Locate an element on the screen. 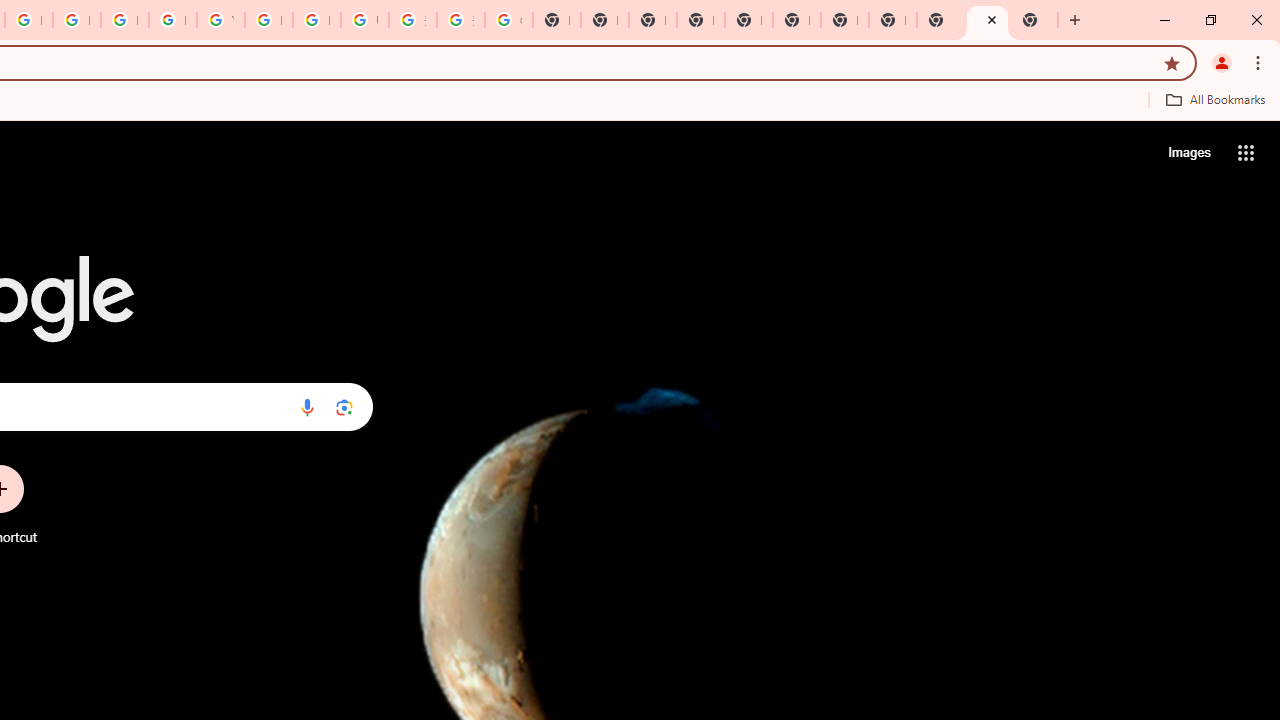  'Google Images' is located at coordinates (508, 20).